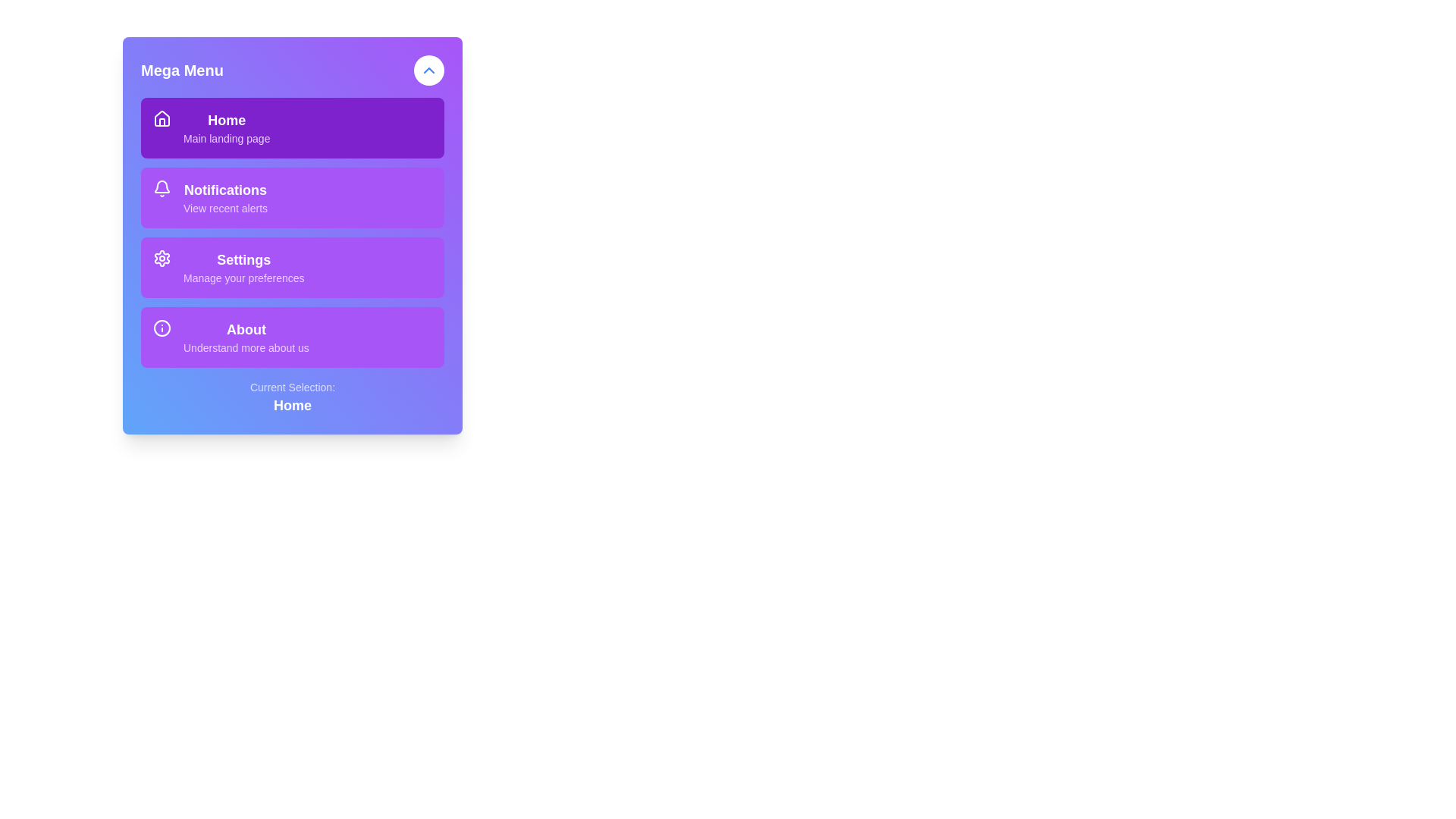 The width and height of the screenshot is (1456, 819). I want to click on the 'Home' button in the Mega Menu, so click(292, 127).